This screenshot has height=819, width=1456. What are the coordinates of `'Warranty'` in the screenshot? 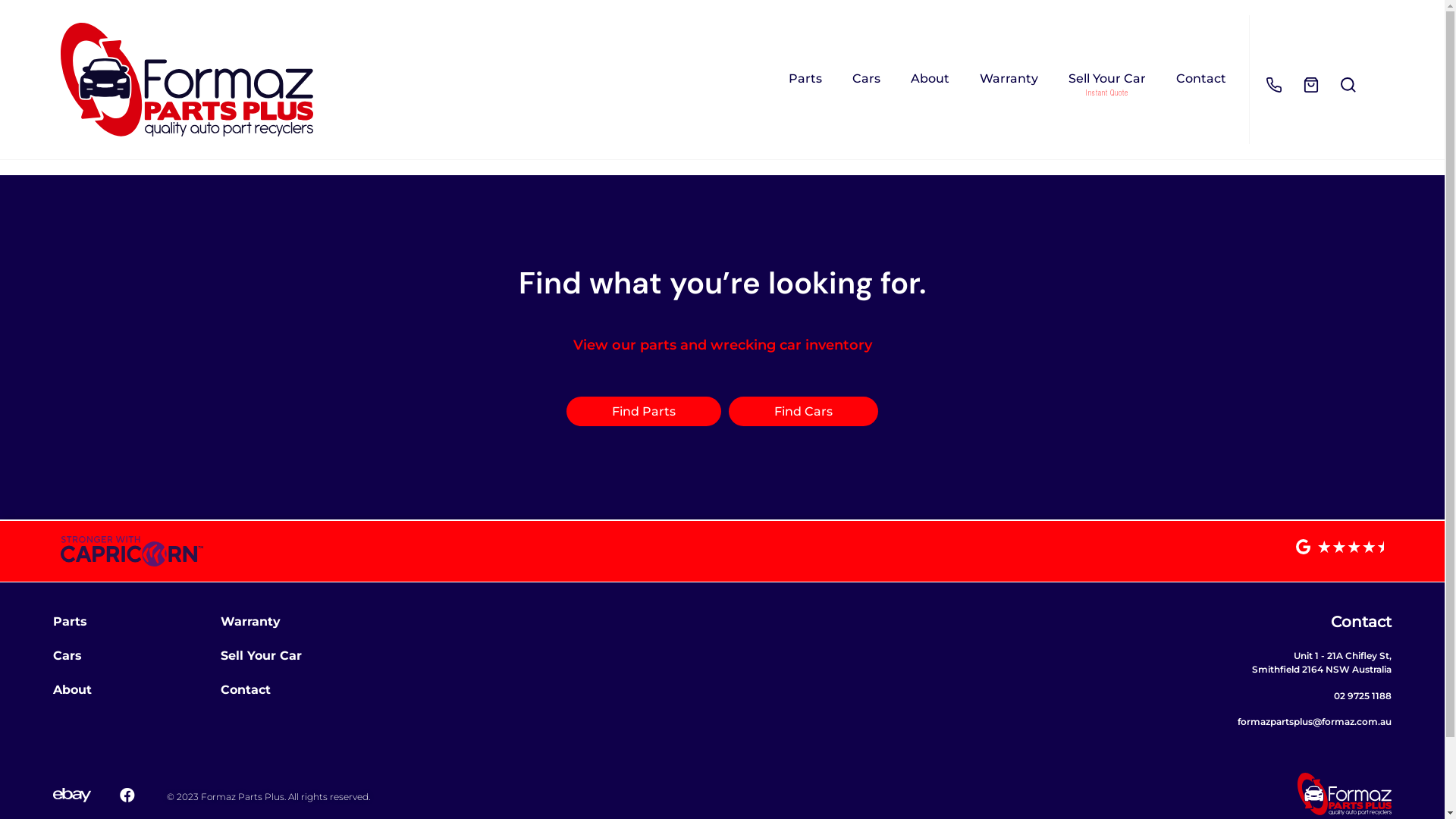 It's located at (250, 621).